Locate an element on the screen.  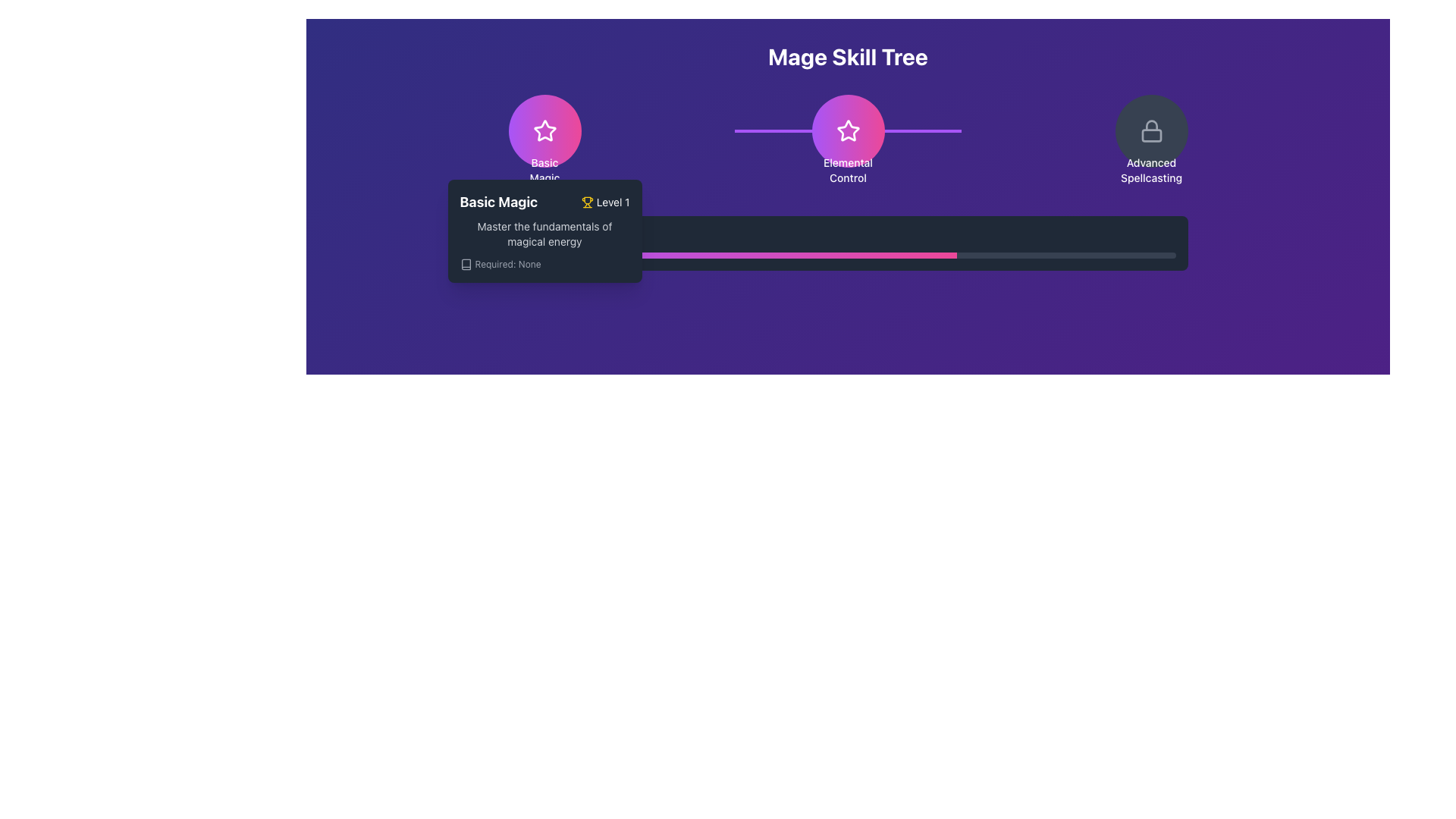
text label element that displays 'Master the fundamentals of magical energy,' which is located below the heading 'Basic Magic Level 1' in the tooltip-like panel is located at coordinates (544, 234).